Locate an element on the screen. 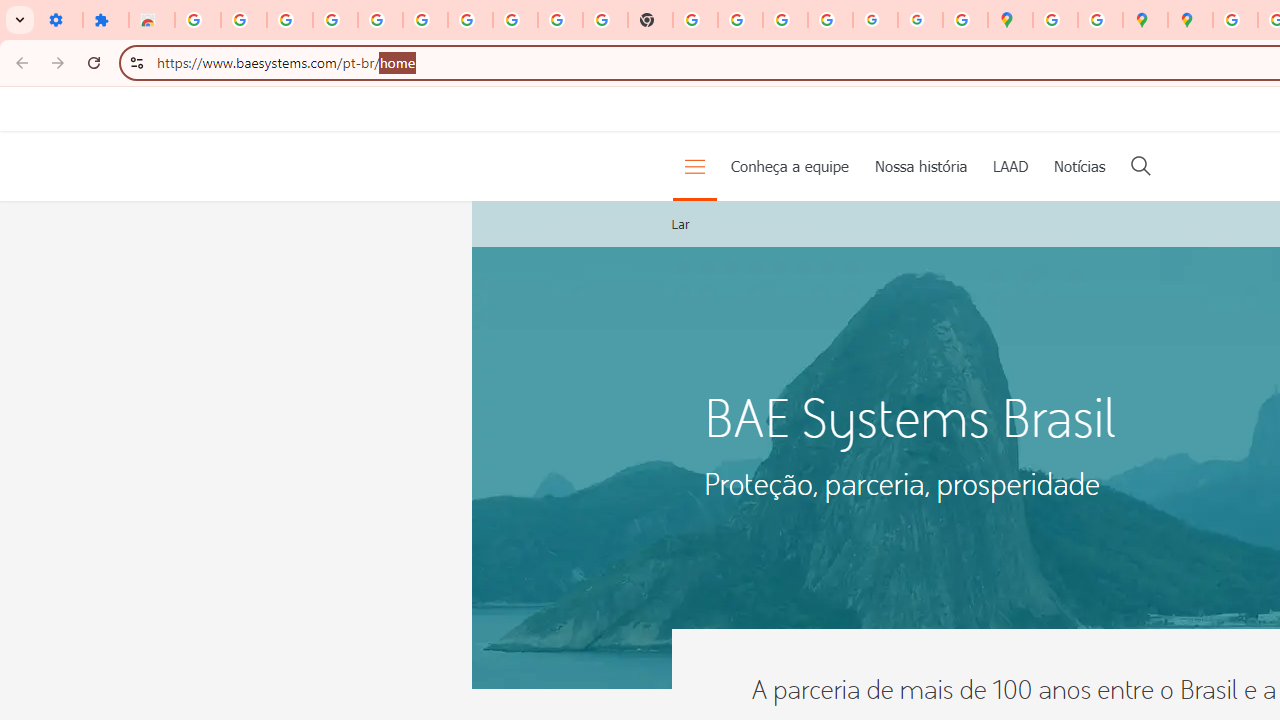 The image size is (1280, 720). 'Learn how to find your photos - Google Photos Help' is located at coordinates (336, 20).